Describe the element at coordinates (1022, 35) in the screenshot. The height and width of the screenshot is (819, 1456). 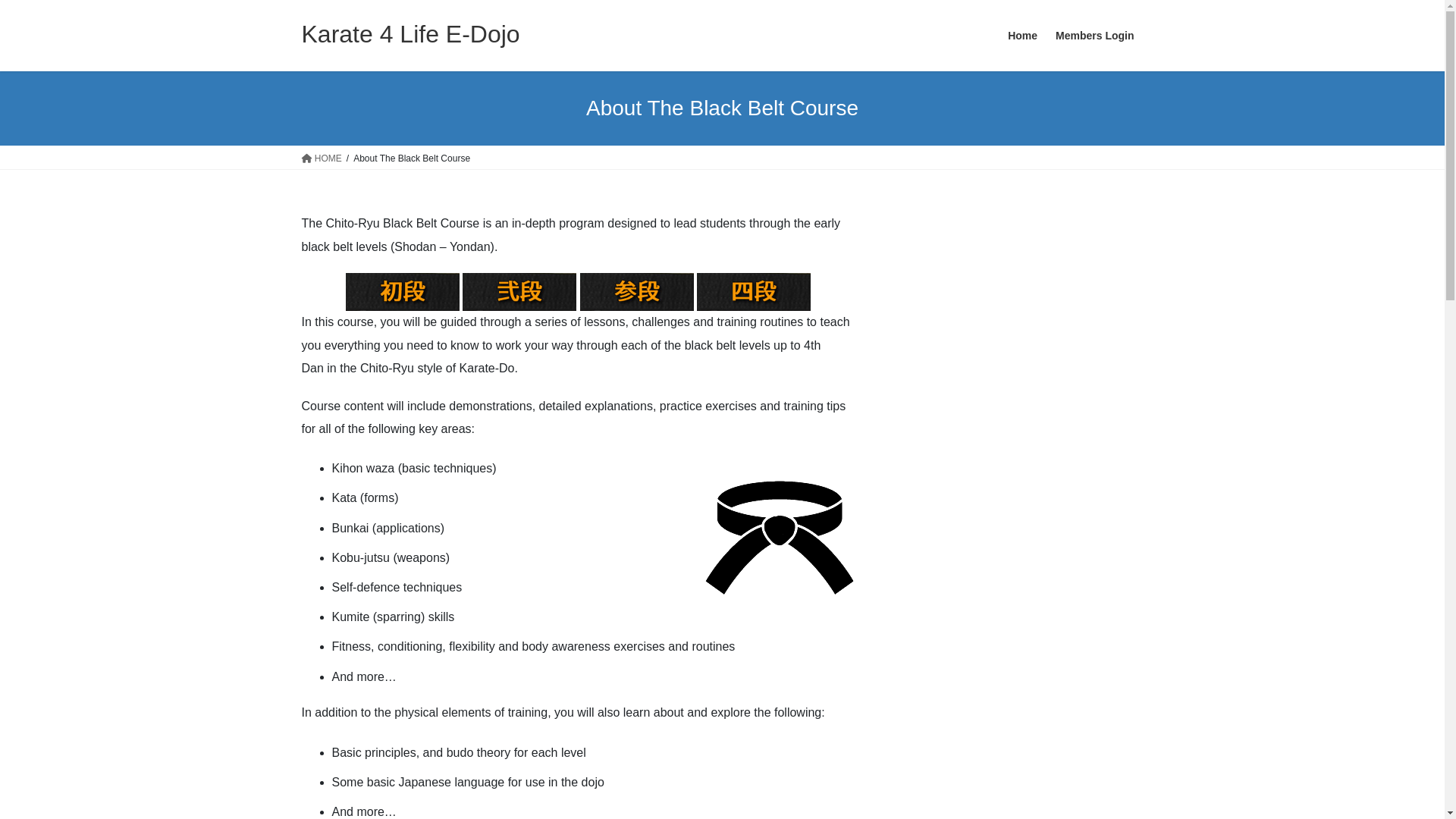
I see `'Home'` at that location.